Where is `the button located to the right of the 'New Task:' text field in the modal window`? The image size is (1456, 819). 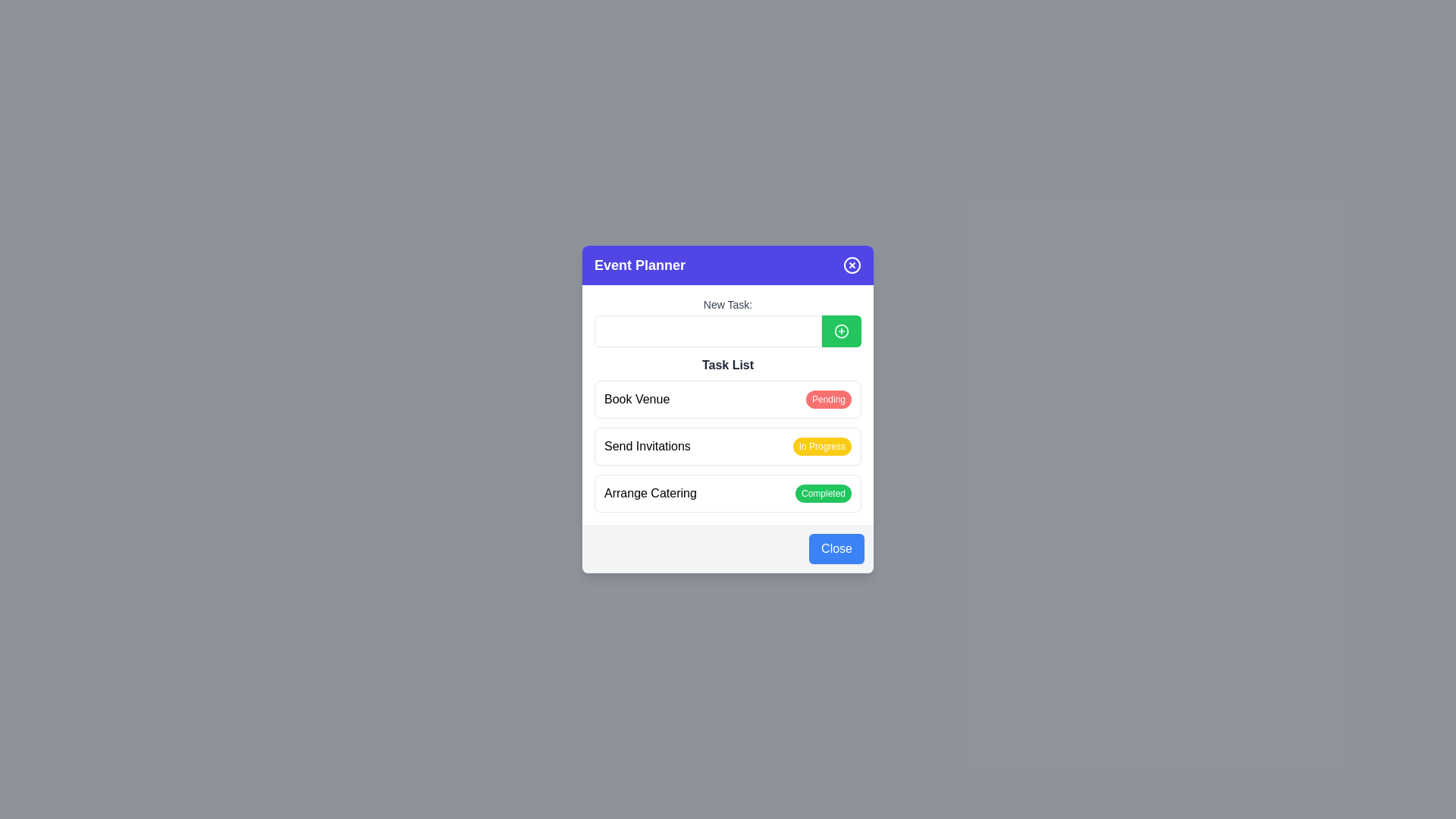
the button located to the right of the 'New Task:' text field in the modal window is located at coordinates (840, 330).